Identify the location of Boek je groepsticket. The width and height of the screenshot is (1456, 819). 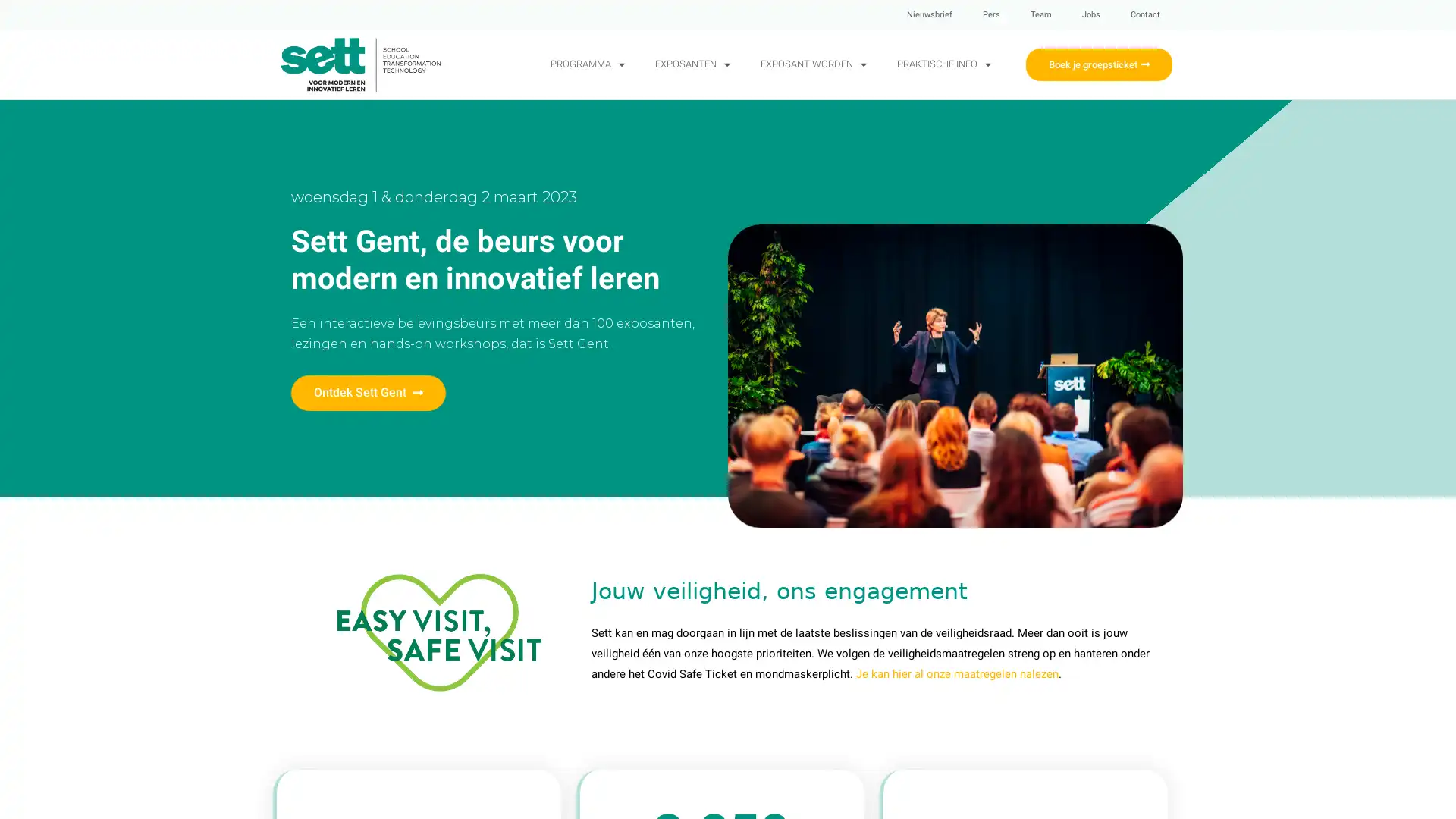
(1098, 63).